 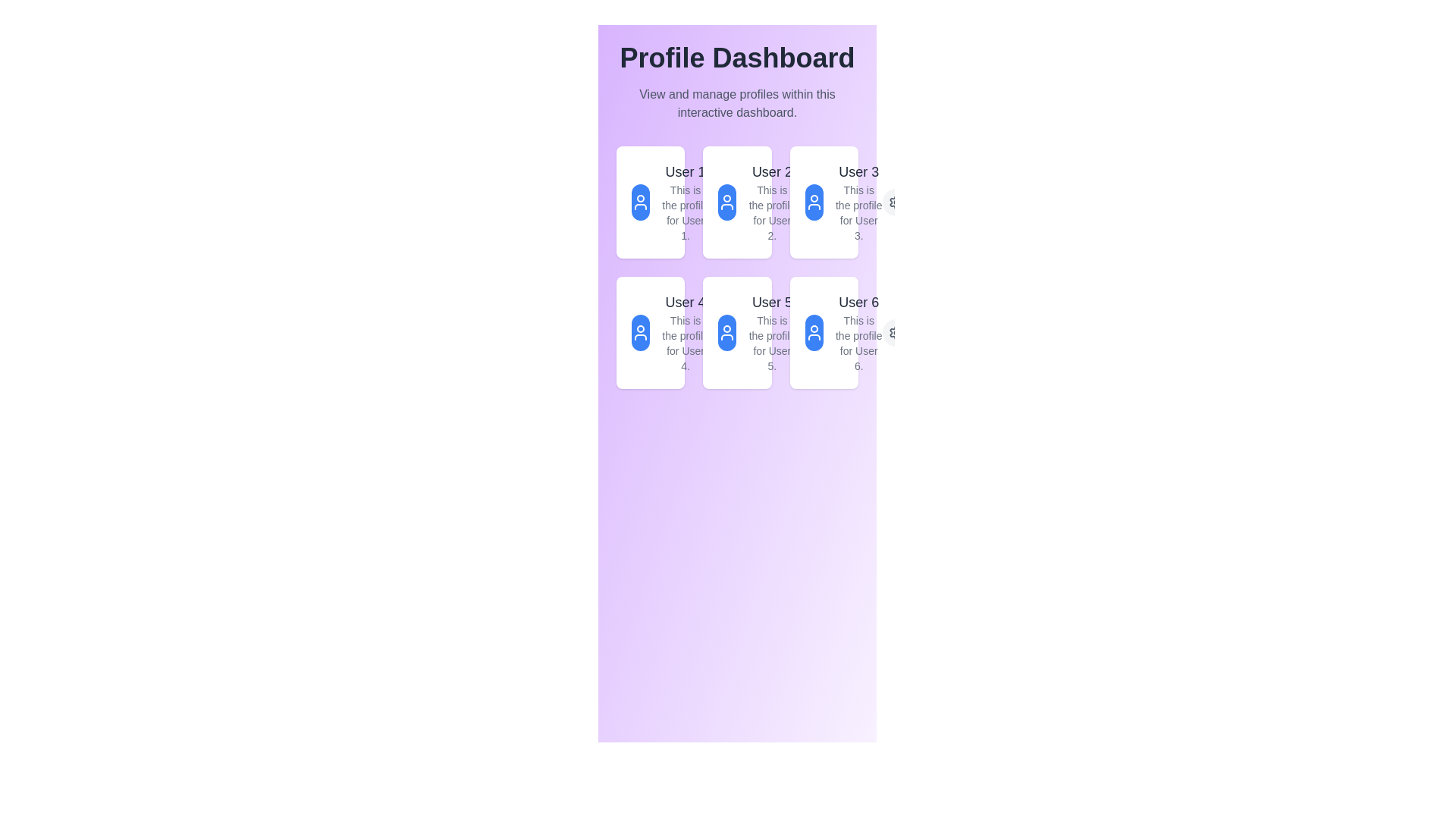 What do you see at coordinates (669, 201) in the screenshot?
I see `the profile card for 'User 1', which includes a blue circular icon with a white user silhouette and the title 'User 1' in bold text` at bounding box center [669, 201].